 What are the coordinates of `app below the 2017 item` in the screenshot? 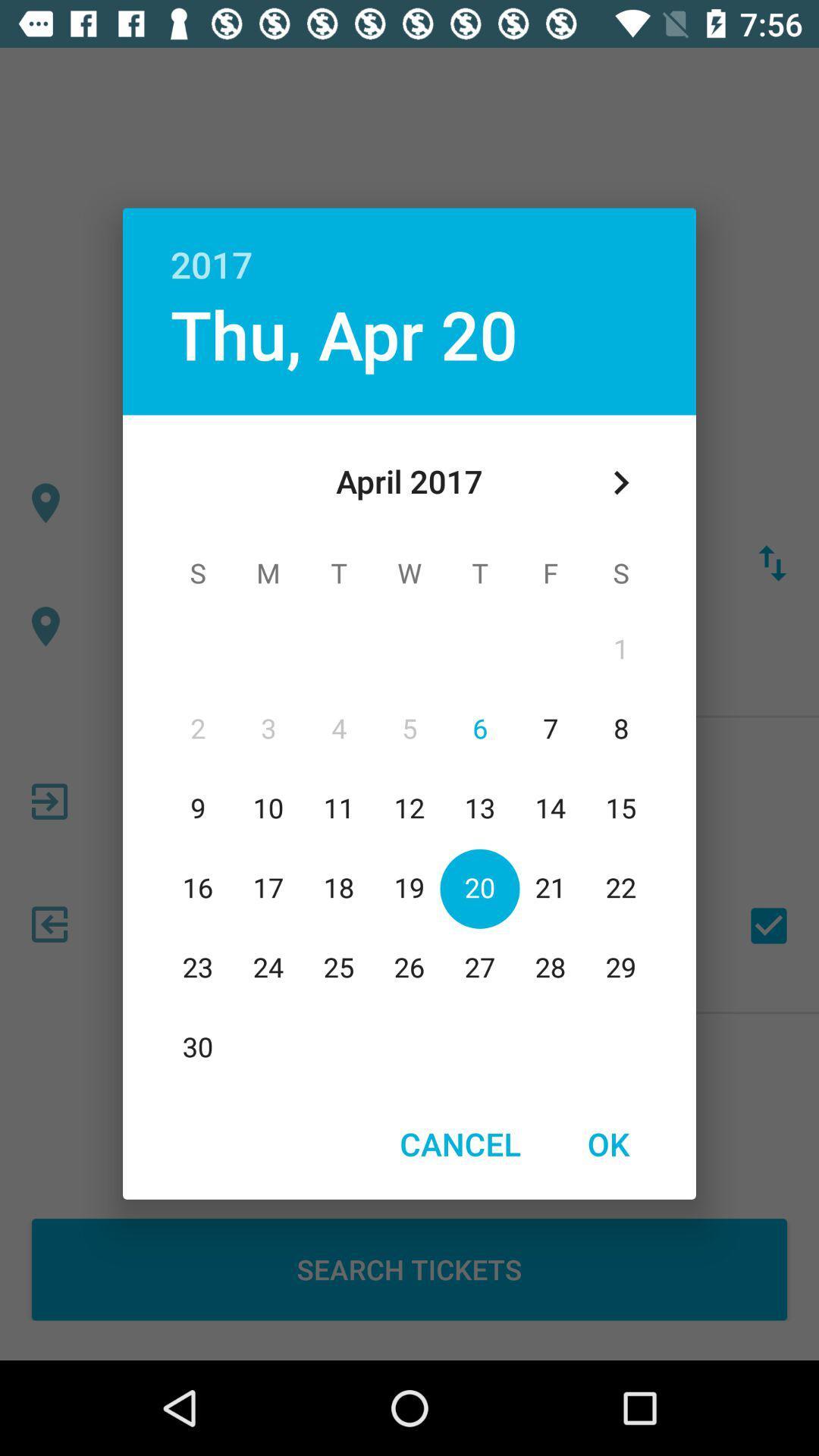 It's located at (344, 333).